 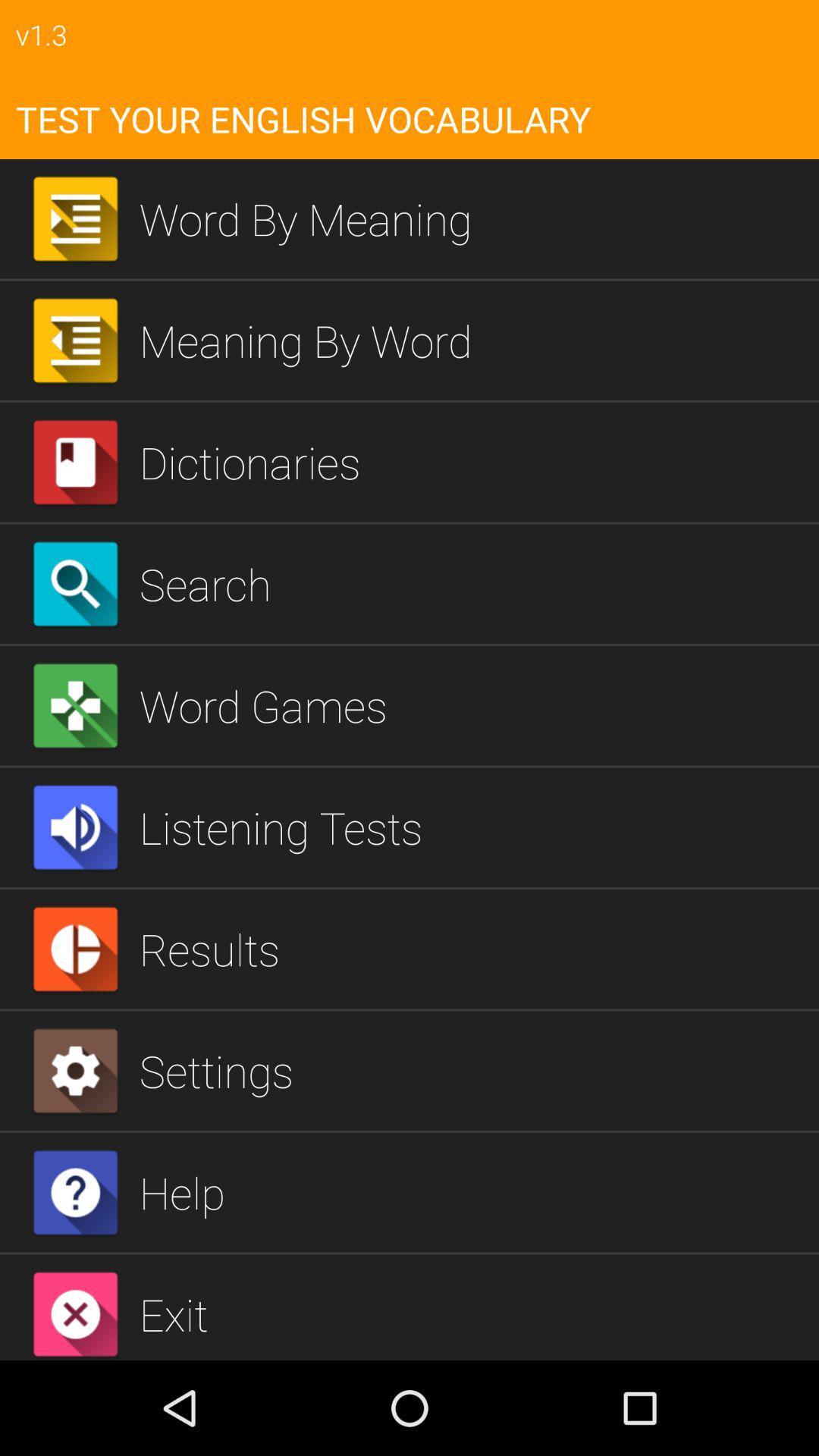 I want to click on the app above the settings icon, so click(x=472, y=948).